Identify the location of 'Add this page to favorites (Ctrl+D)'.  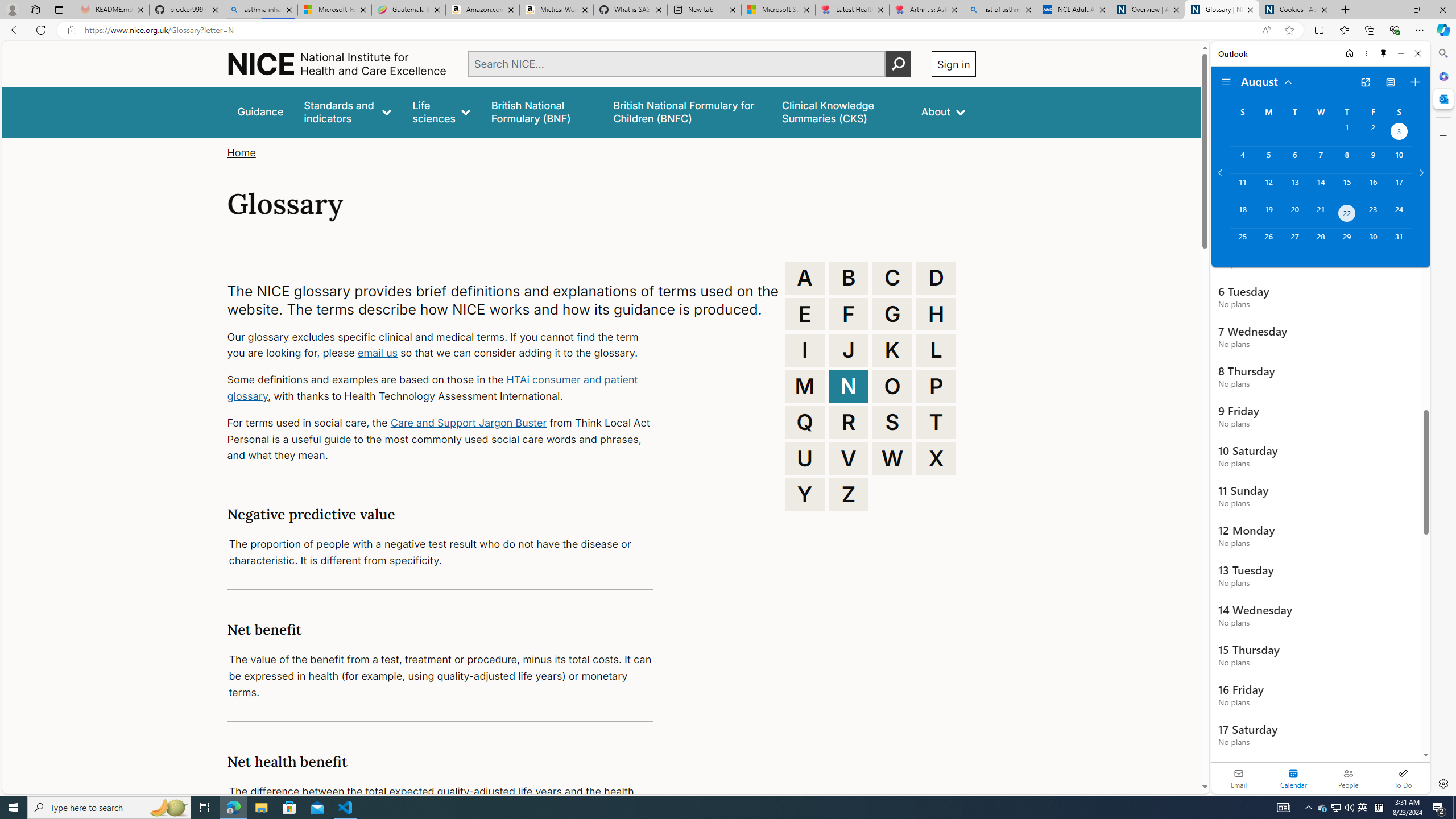
(1289, 30).